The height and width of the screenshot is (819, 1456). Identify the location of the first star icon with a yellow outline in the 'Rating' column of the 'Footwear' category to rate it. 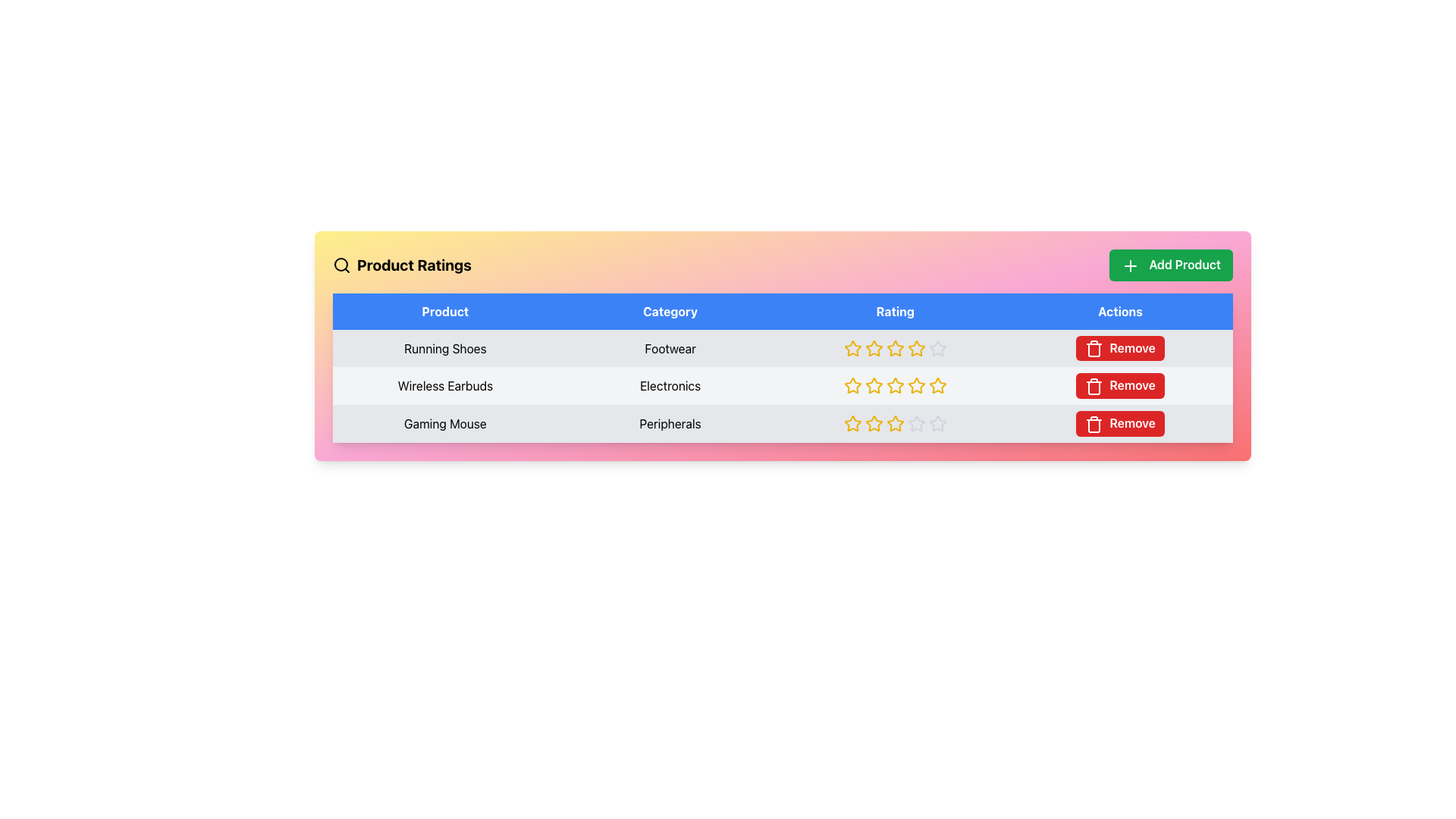
(852, 348).